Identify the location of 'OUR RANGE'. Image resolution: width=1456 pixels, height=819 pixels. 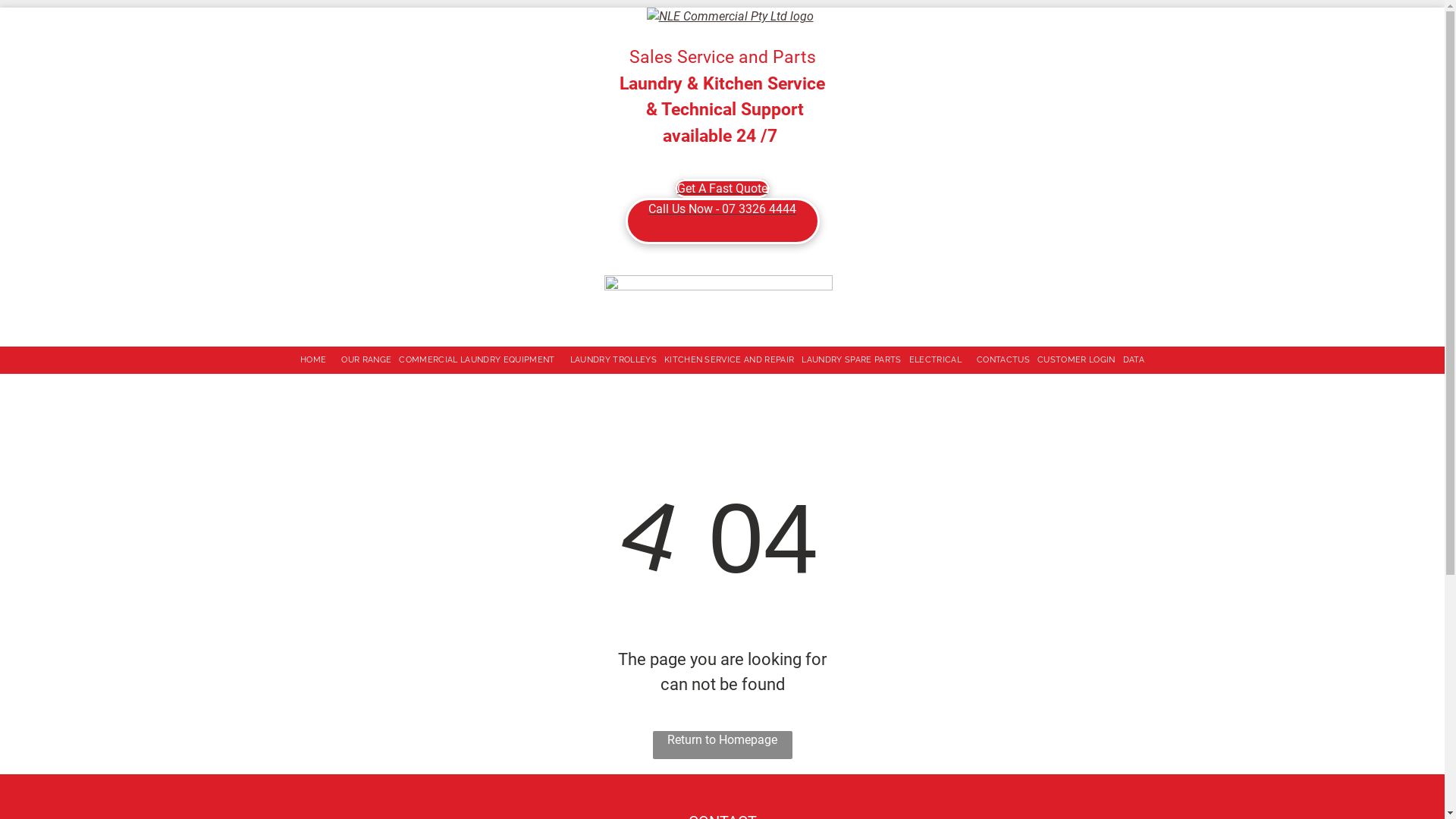
(366, 360).